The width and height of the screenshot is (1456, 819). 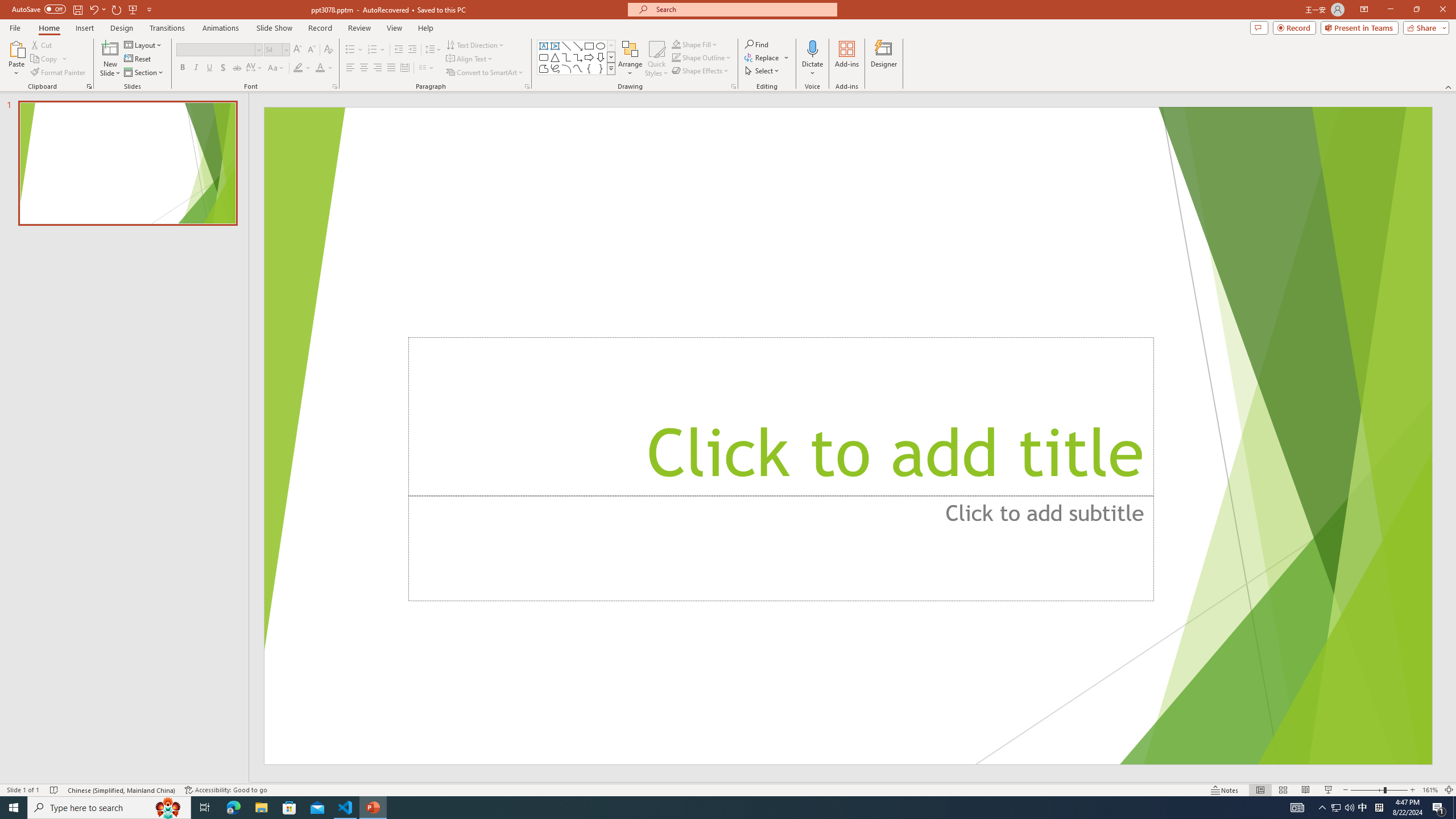 I want to click on 'Line Arrow', so click(x=577, y=45).